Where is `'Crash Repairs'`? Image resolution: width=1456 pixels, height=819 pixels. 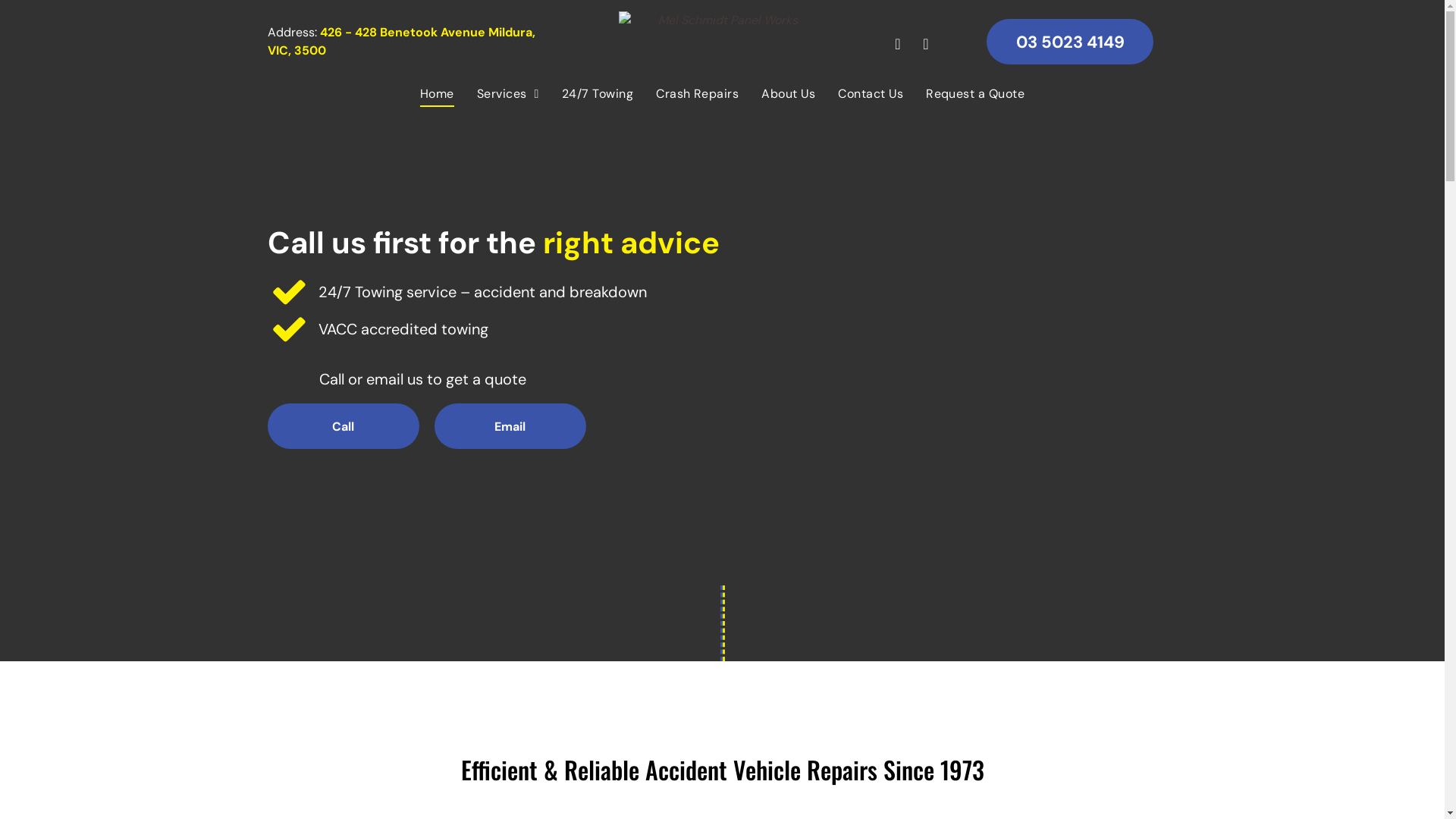 'Crash Repairs' is located at coordinates (644, 93).